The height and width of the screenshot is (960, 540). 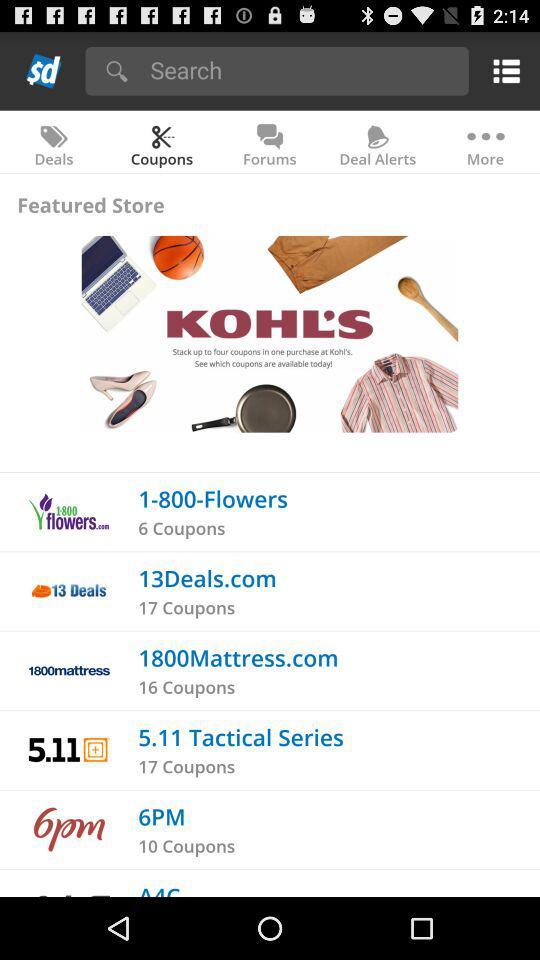 What do you see at coordinates (212, 497) in the screenshot?
I see `the 1-800-flowers app` at bounding box center [212, 497].